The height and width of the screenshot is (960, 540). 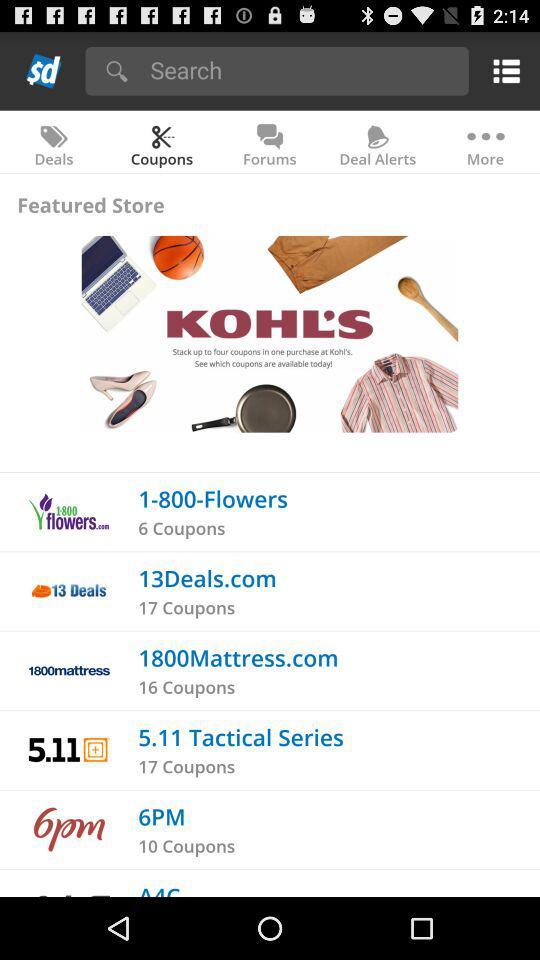 What do you see at coordinates (212, 497) in the screenshot?
I see `the 1-800-flowers app` at bounding box center [212, 497].